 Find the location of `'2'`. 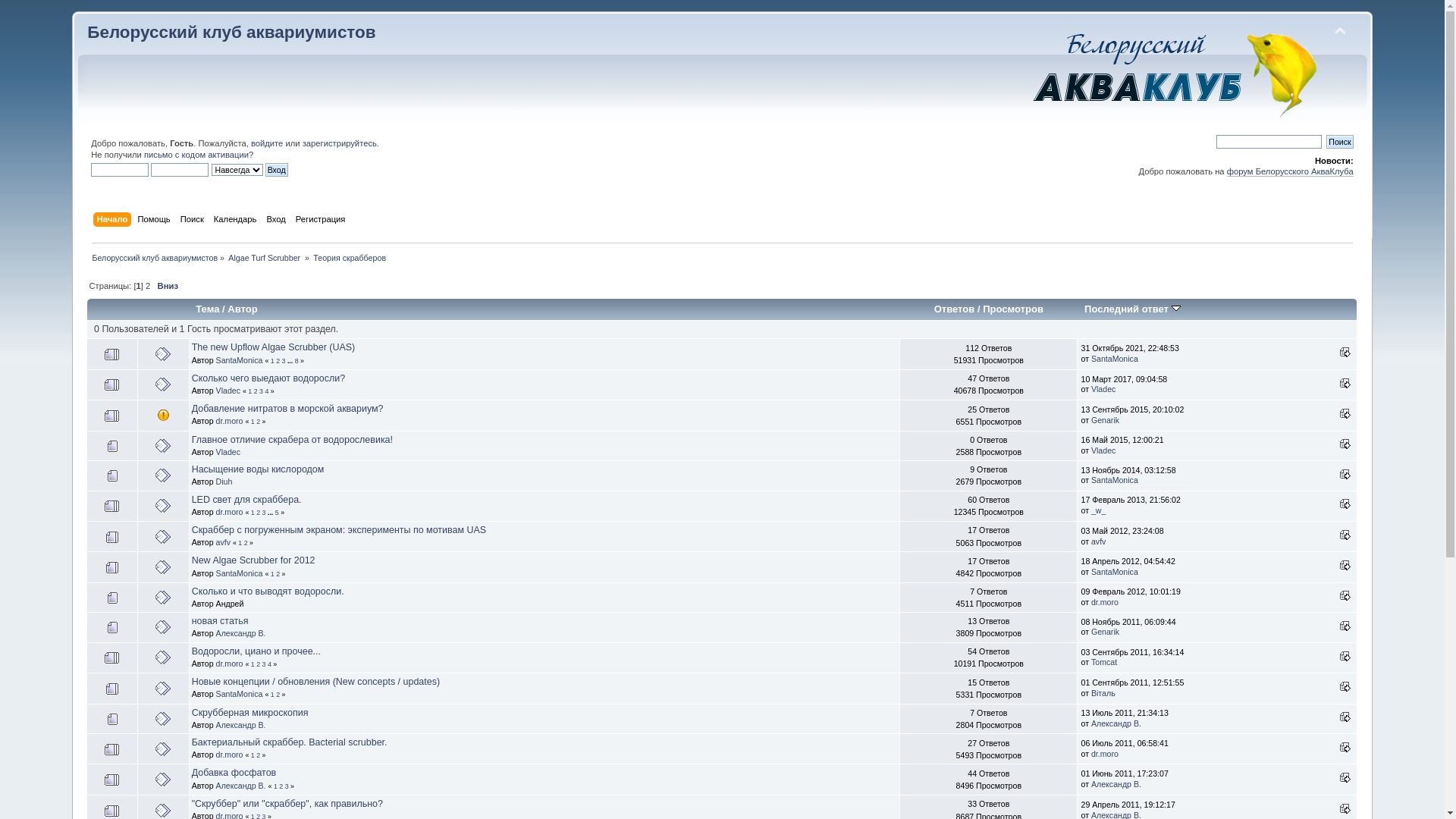

'2' is located at coordinates (256, 391).